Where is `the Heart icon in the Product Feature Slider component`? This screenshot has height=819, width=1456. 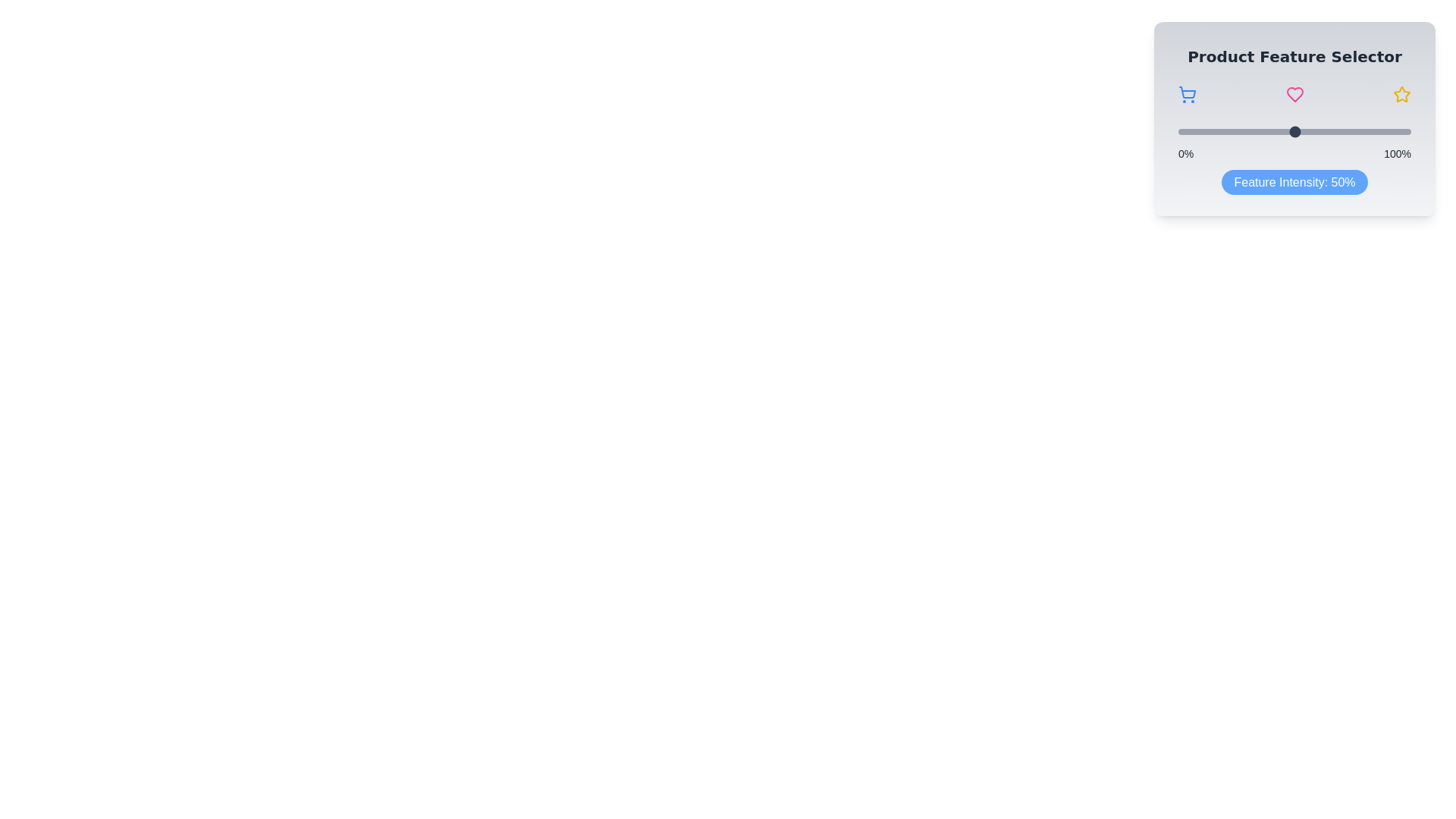 the Heart icon in the Product Feature Slider component is located at coordinates (1294, 94).